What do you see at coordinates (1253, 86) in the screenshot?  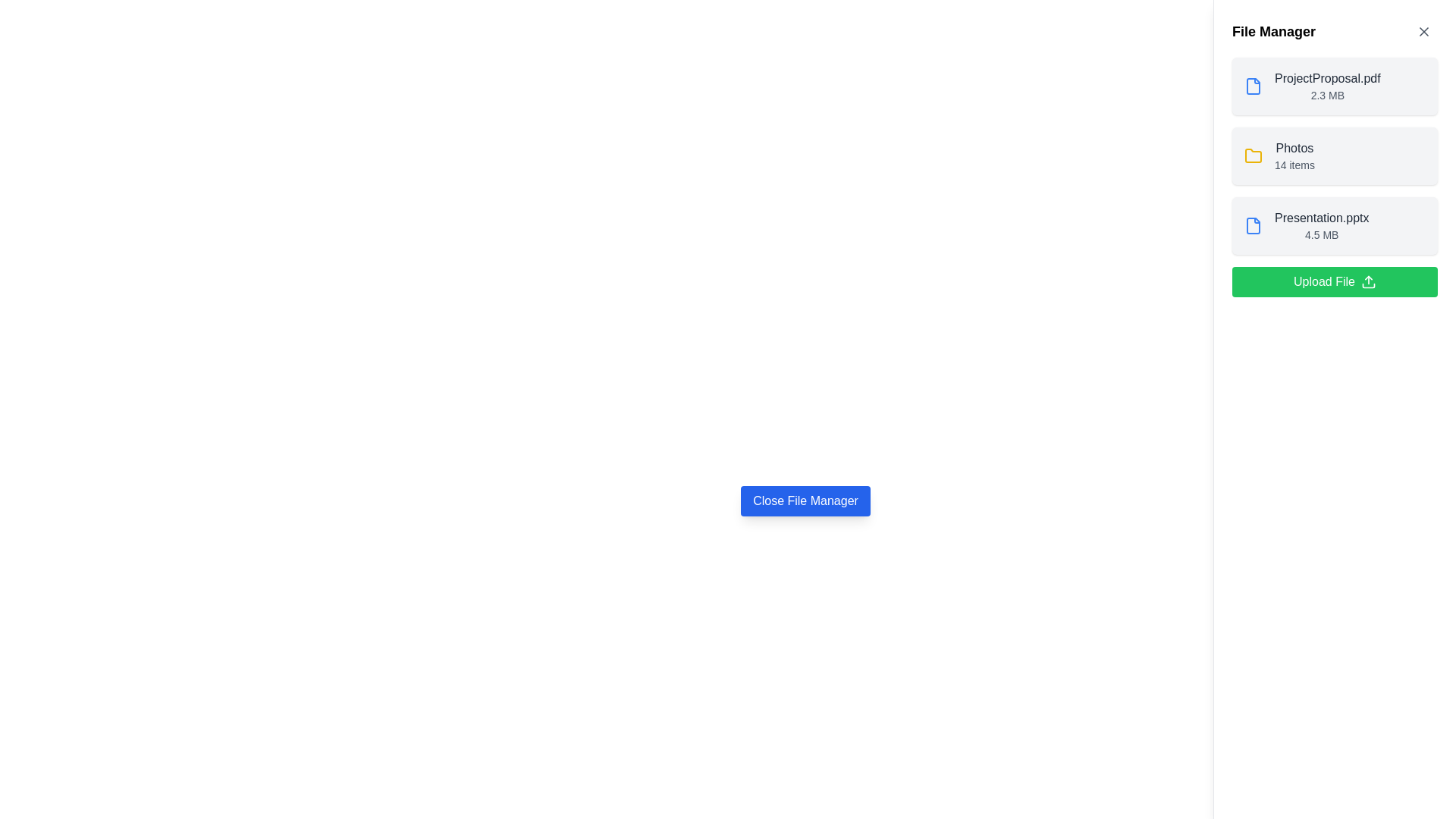 I see `the file icon representing 'ProjectProposal.pdf', which is characterized by its standard document shape with a folded corner and is blue in color, located at the beginning of the list item` at bounding box center [1253, 86].